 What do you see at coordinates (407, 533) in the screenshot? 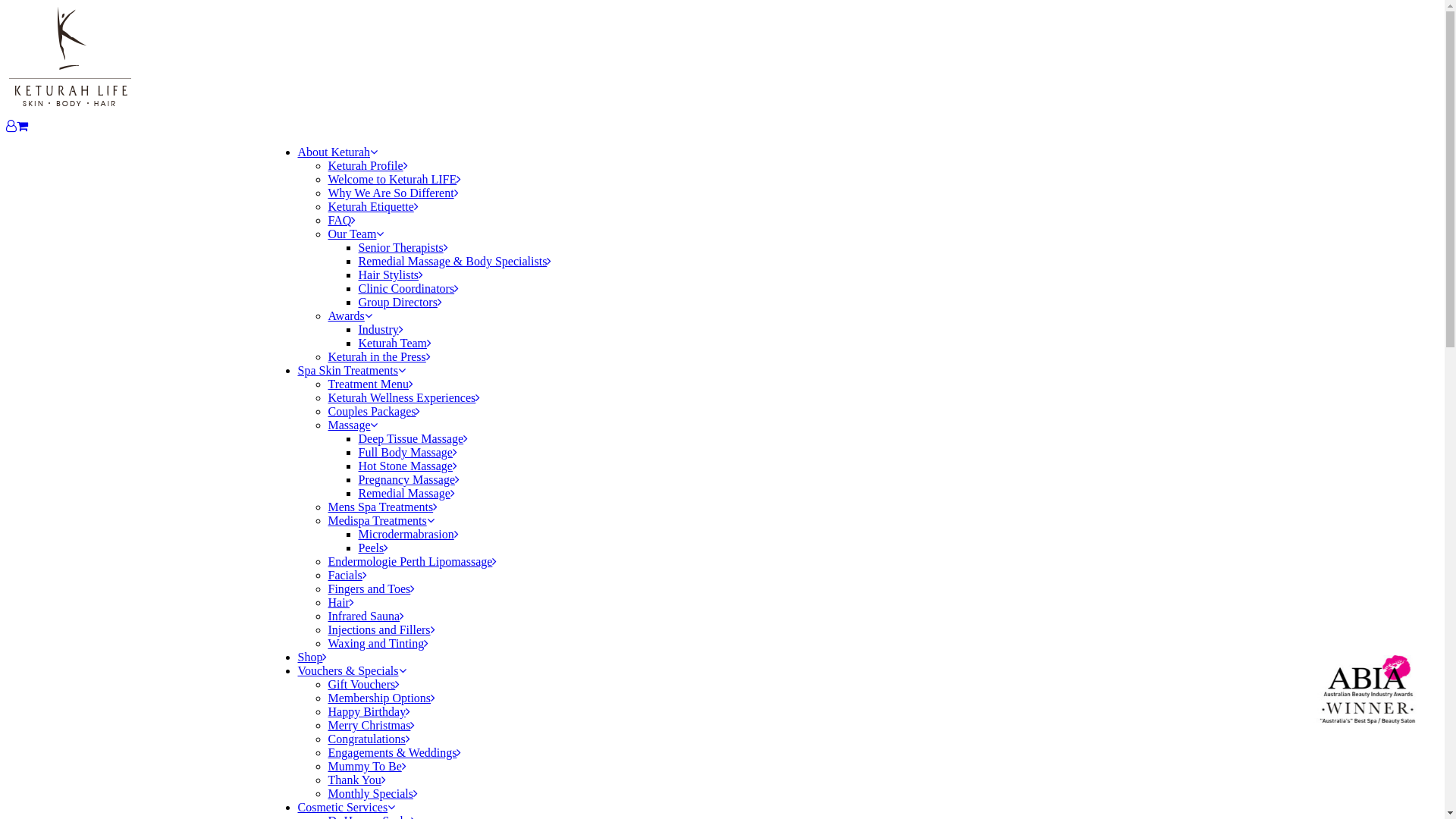
I see `'Microdermabrasion'` at bounding box center [407, 533].